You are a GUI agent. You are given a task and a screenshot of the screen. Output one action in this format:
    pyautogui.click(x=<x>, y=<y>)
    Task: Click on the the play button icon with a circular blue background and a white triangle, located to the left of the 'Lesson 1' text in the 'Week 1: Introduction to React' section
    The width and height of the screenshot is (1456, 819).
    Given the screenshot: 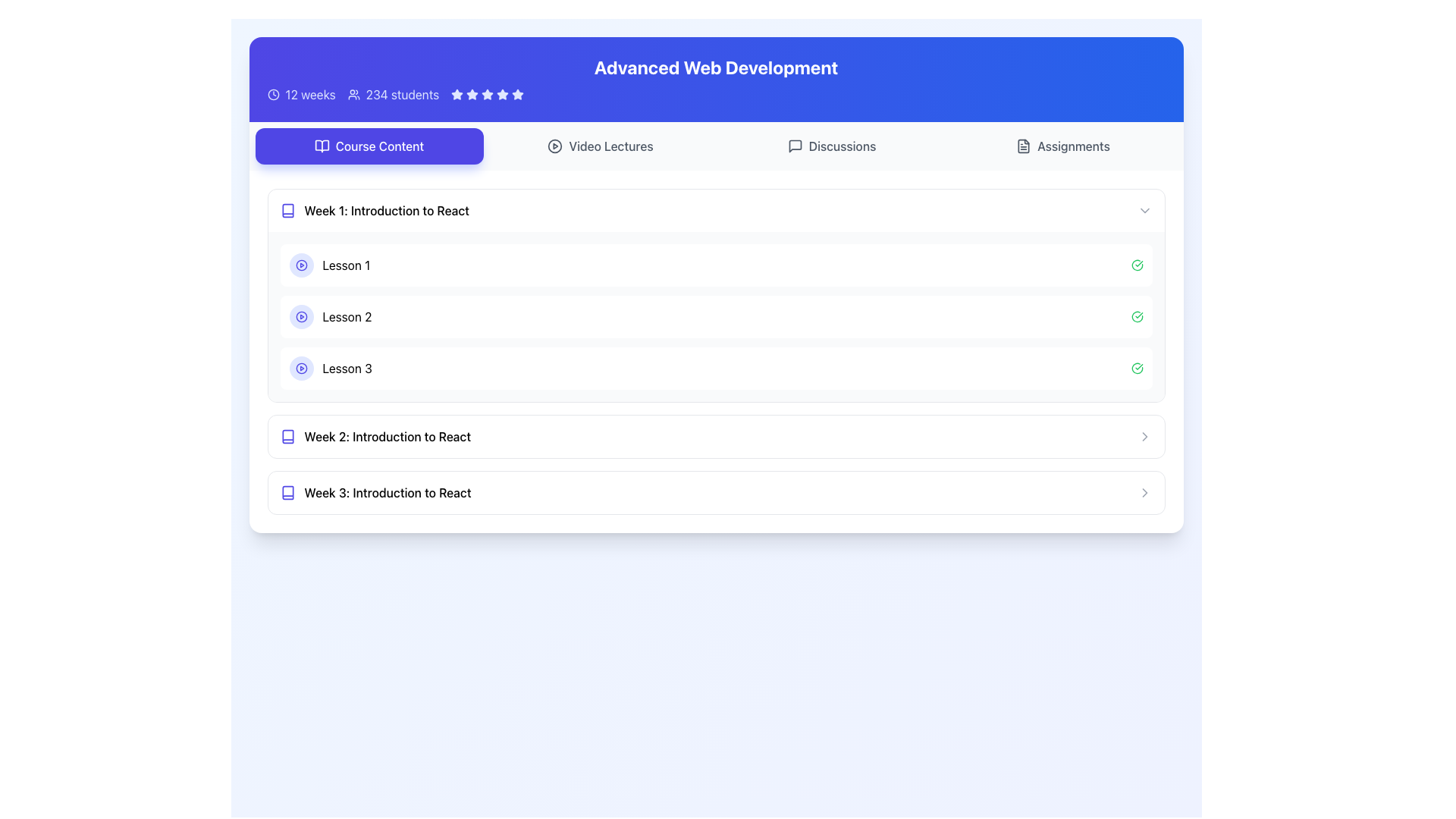 What is the action you would take?
    pyautogui.click(x=301, y=265)
    